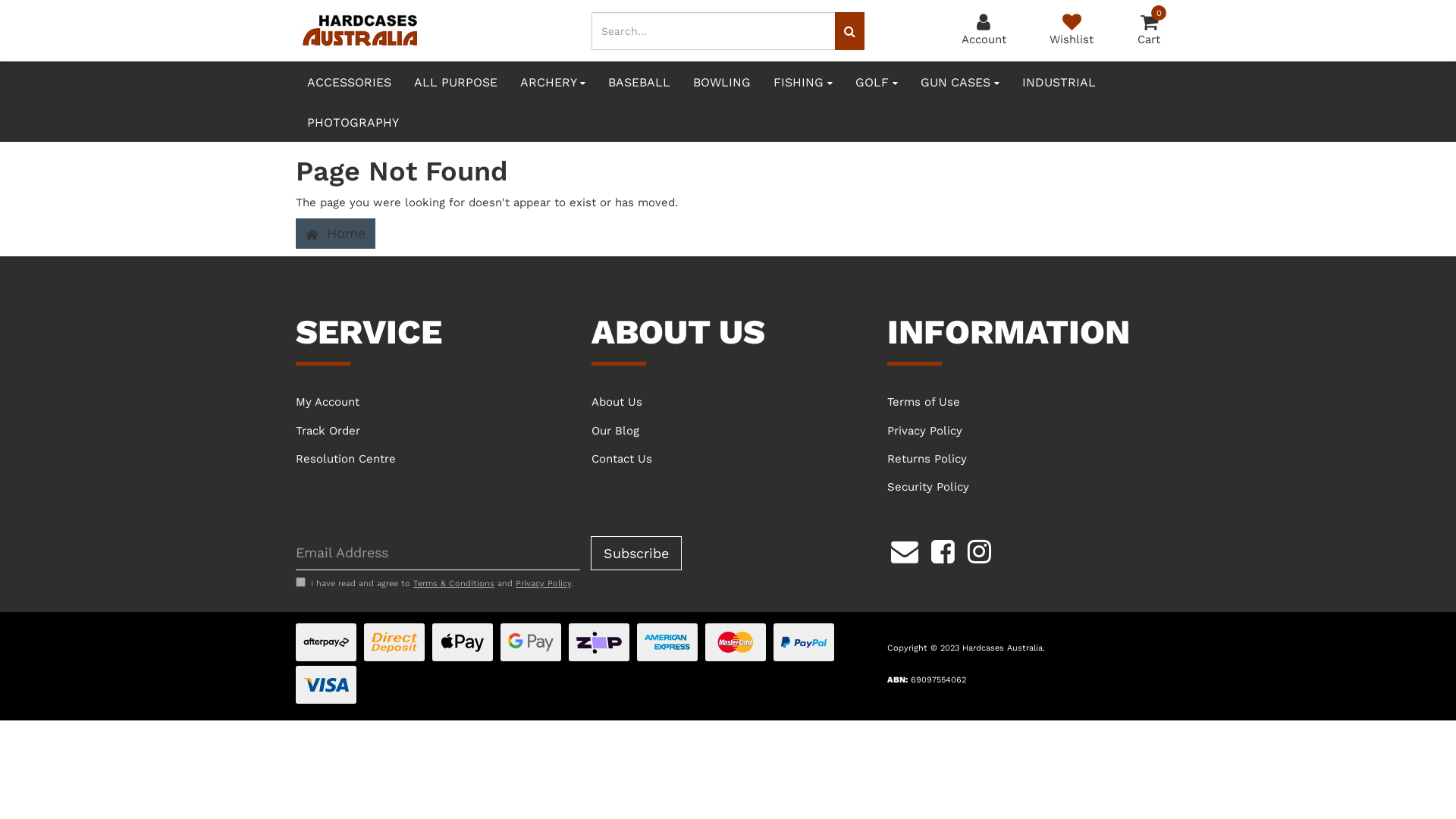  What do you see at coordinates (979, 550) in the screenshot?
I see `'Instagram'` at bounding box center [979, 550].